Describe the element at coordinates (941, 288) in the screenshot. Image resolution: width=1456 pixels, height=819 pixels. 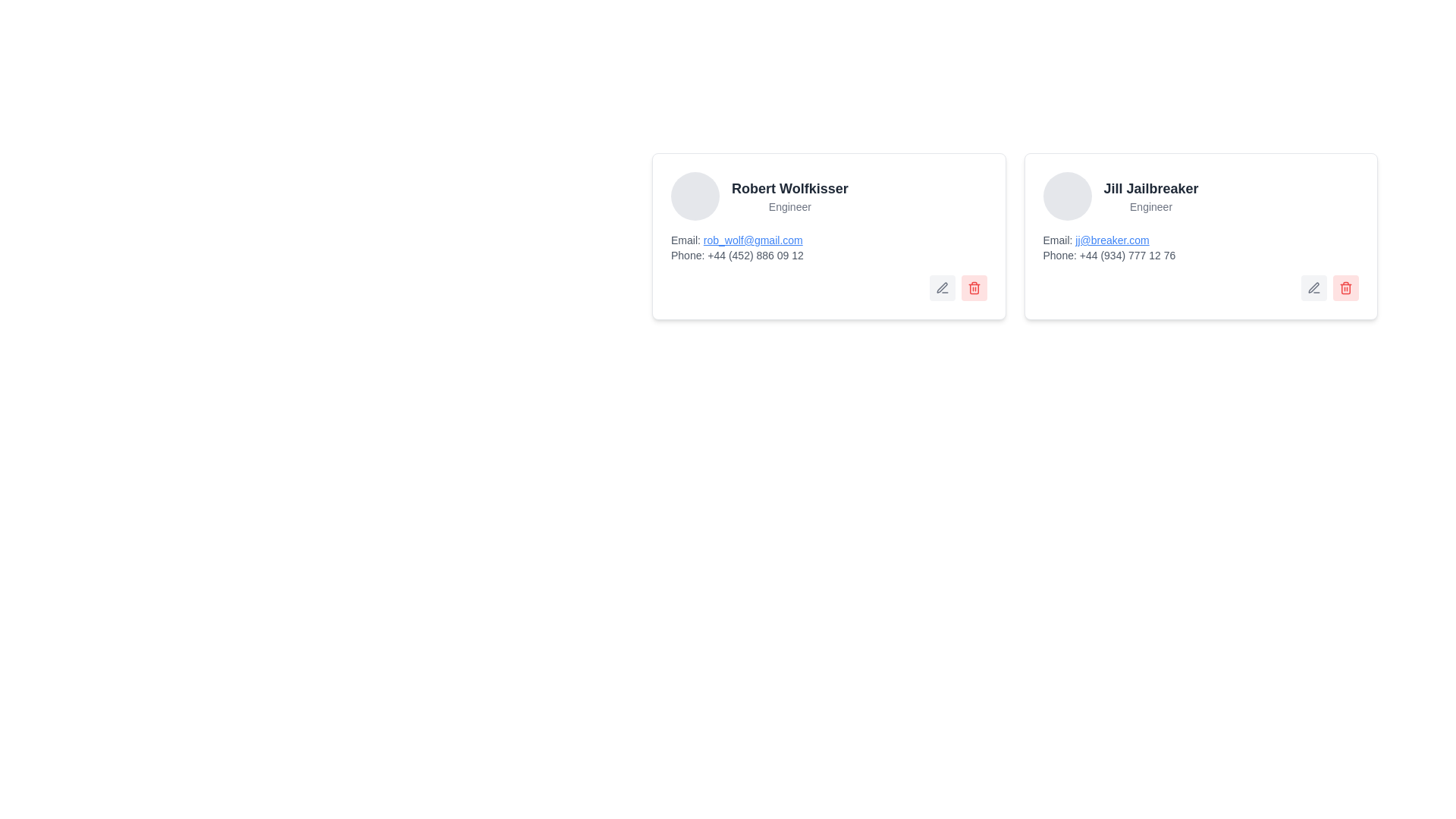
I see `the edit icon (pen) located in the first card from the right at the bottom-right corner` at that location.